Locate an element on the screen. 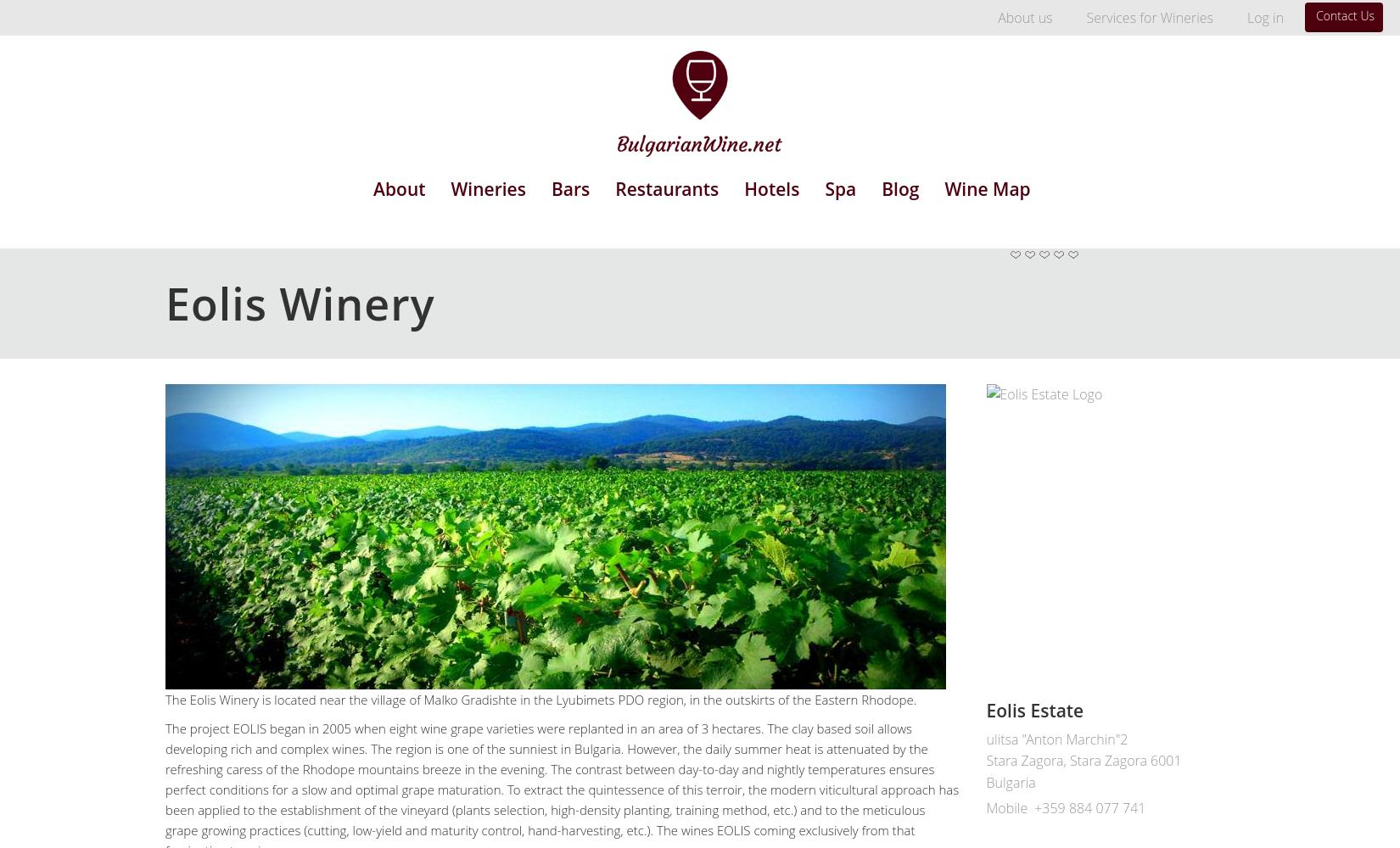  'Services for Wineries' is located at coordinates (1148, 18).